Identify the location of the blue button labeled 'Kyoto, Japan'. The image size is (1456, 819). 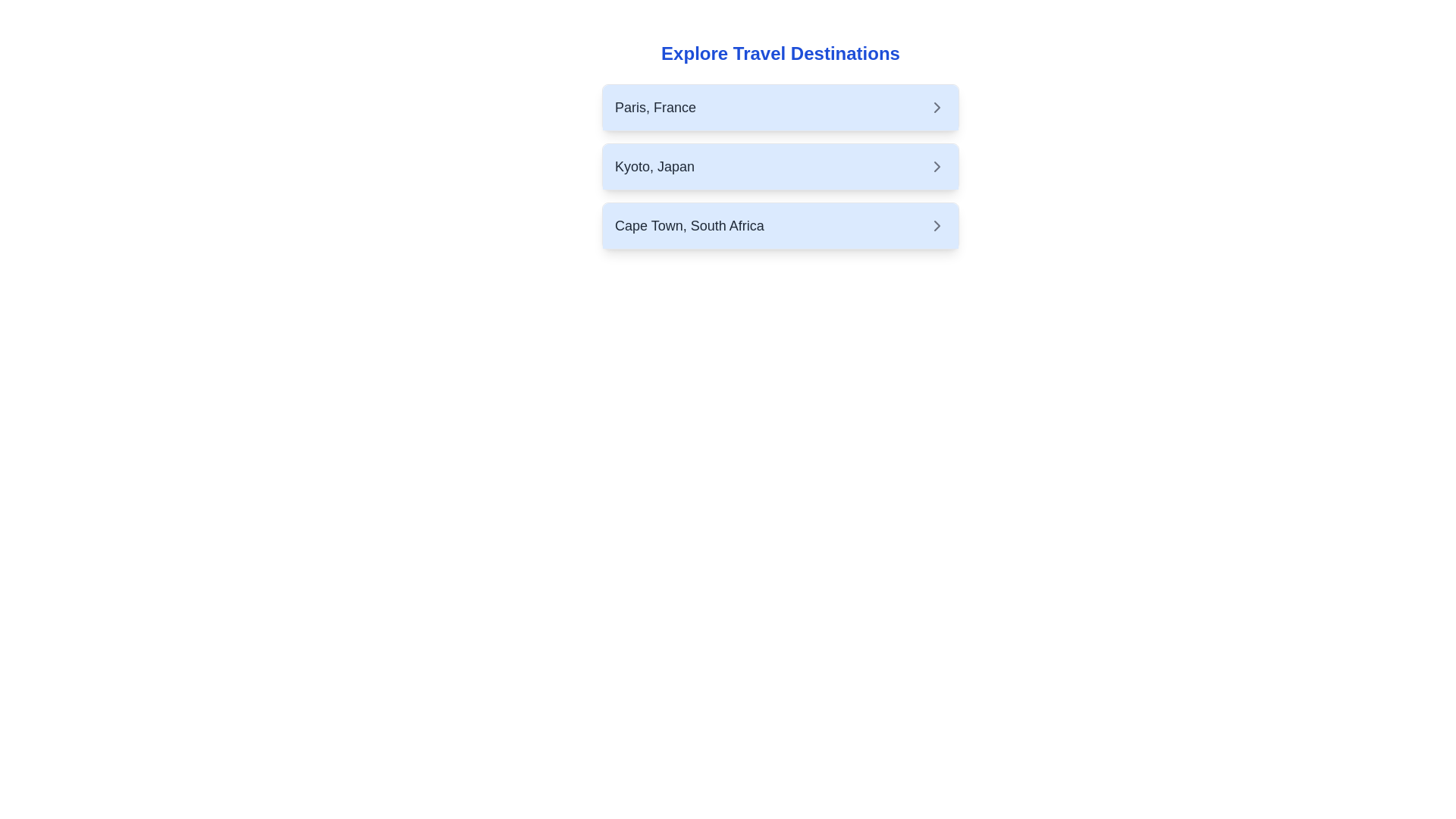
(780, 152).